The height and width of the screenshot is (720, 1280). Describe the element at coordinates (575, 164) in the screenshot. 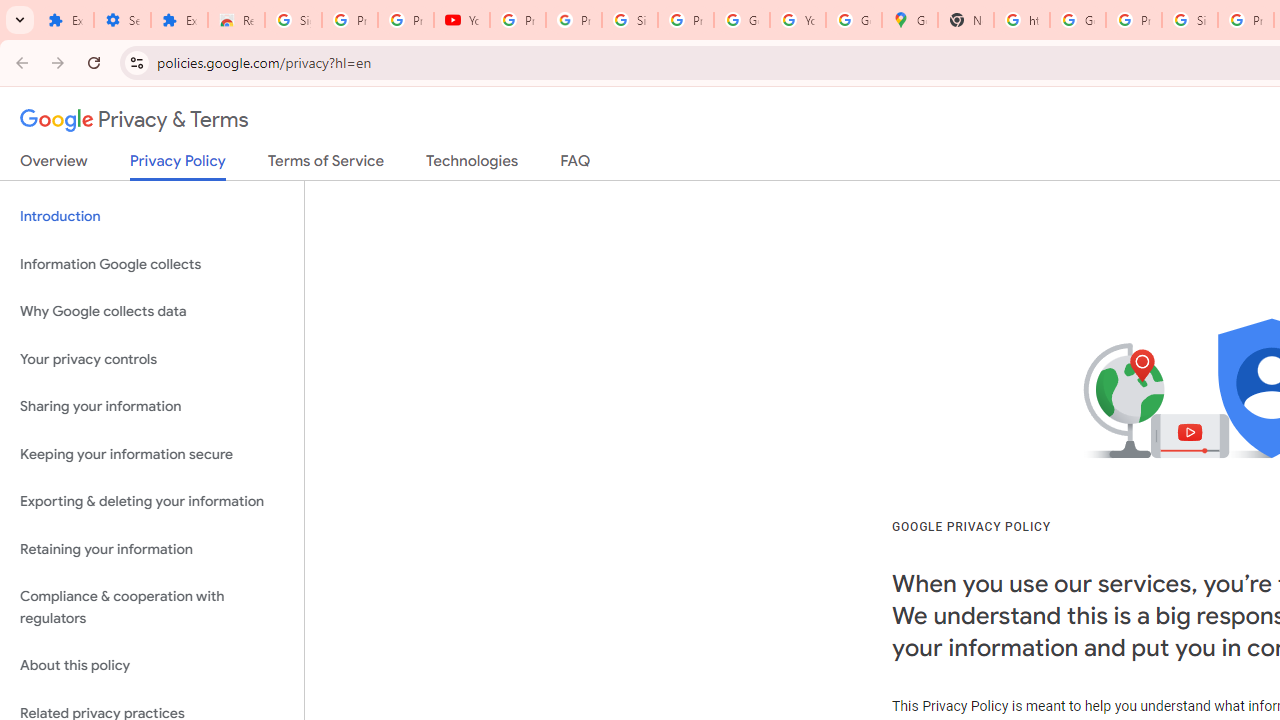

I see `'FAQ'` at that location.